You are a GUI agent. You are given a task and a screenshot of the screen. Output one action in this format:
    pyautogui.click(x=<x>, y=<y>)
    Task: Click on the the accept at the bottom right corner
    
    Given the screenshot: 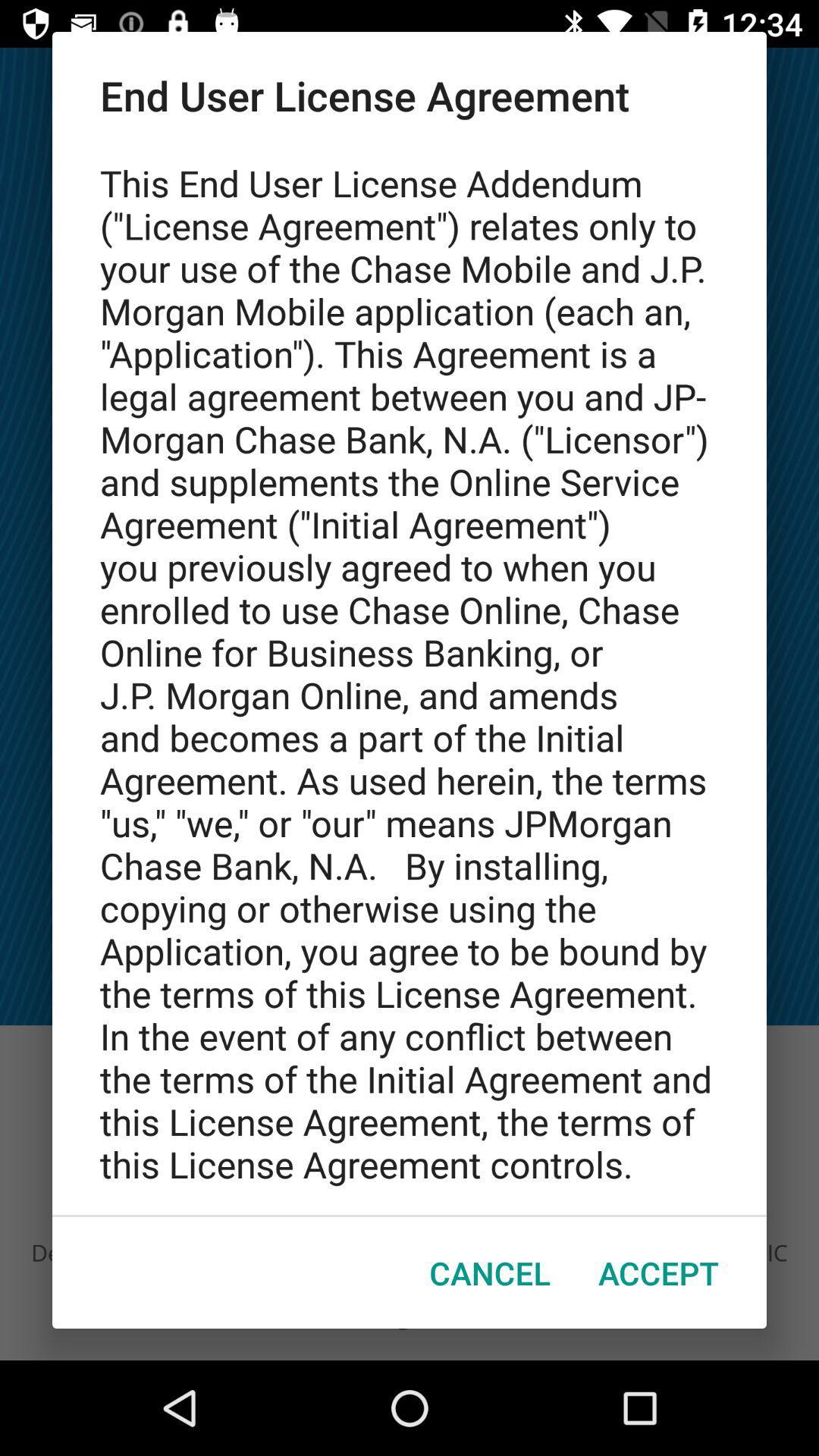 What is the action you would take?
    pyautogui.click(x=657, y=1272)
    